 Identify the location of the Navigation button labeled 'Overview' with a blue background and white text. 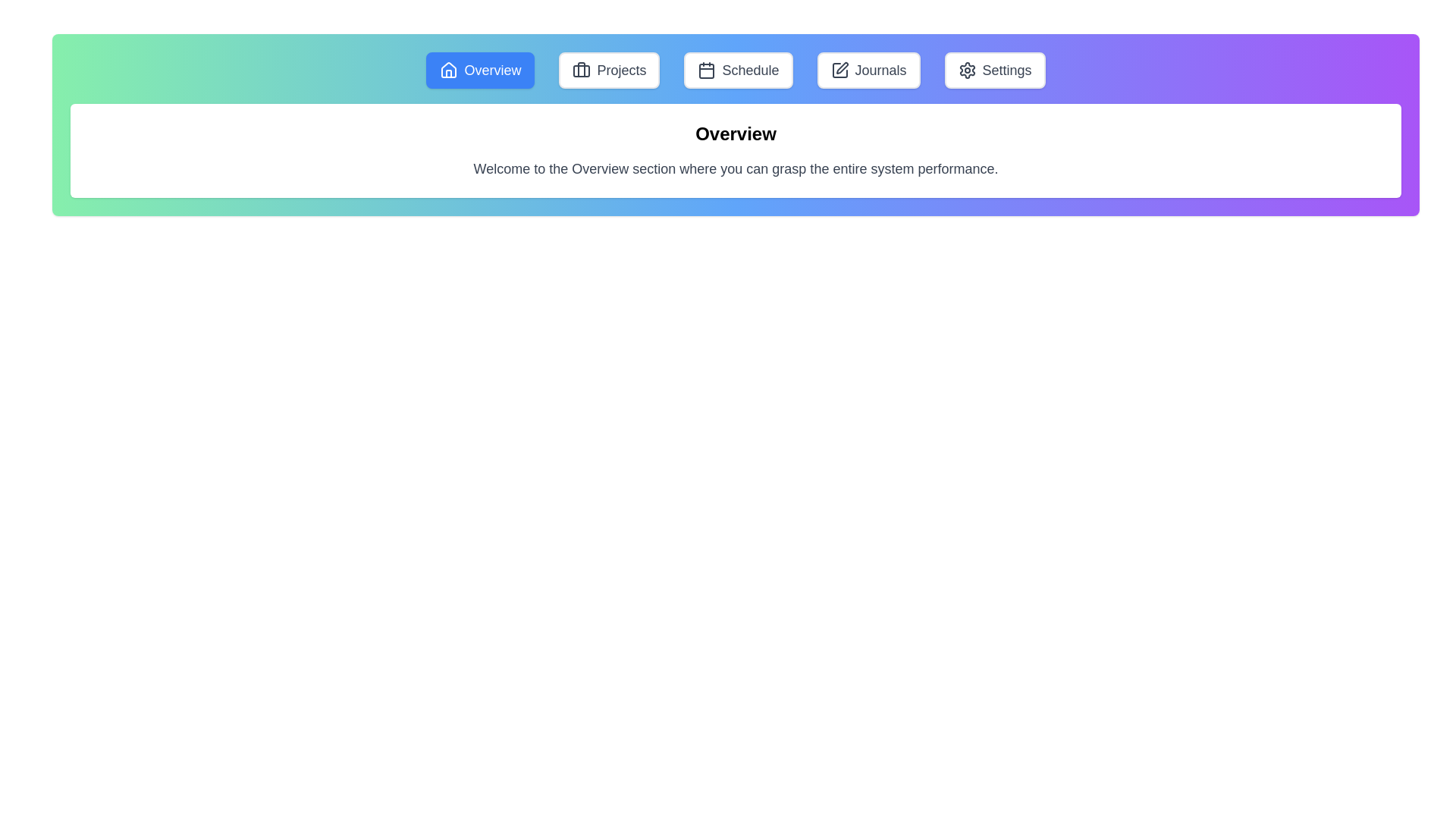
(479, 70).